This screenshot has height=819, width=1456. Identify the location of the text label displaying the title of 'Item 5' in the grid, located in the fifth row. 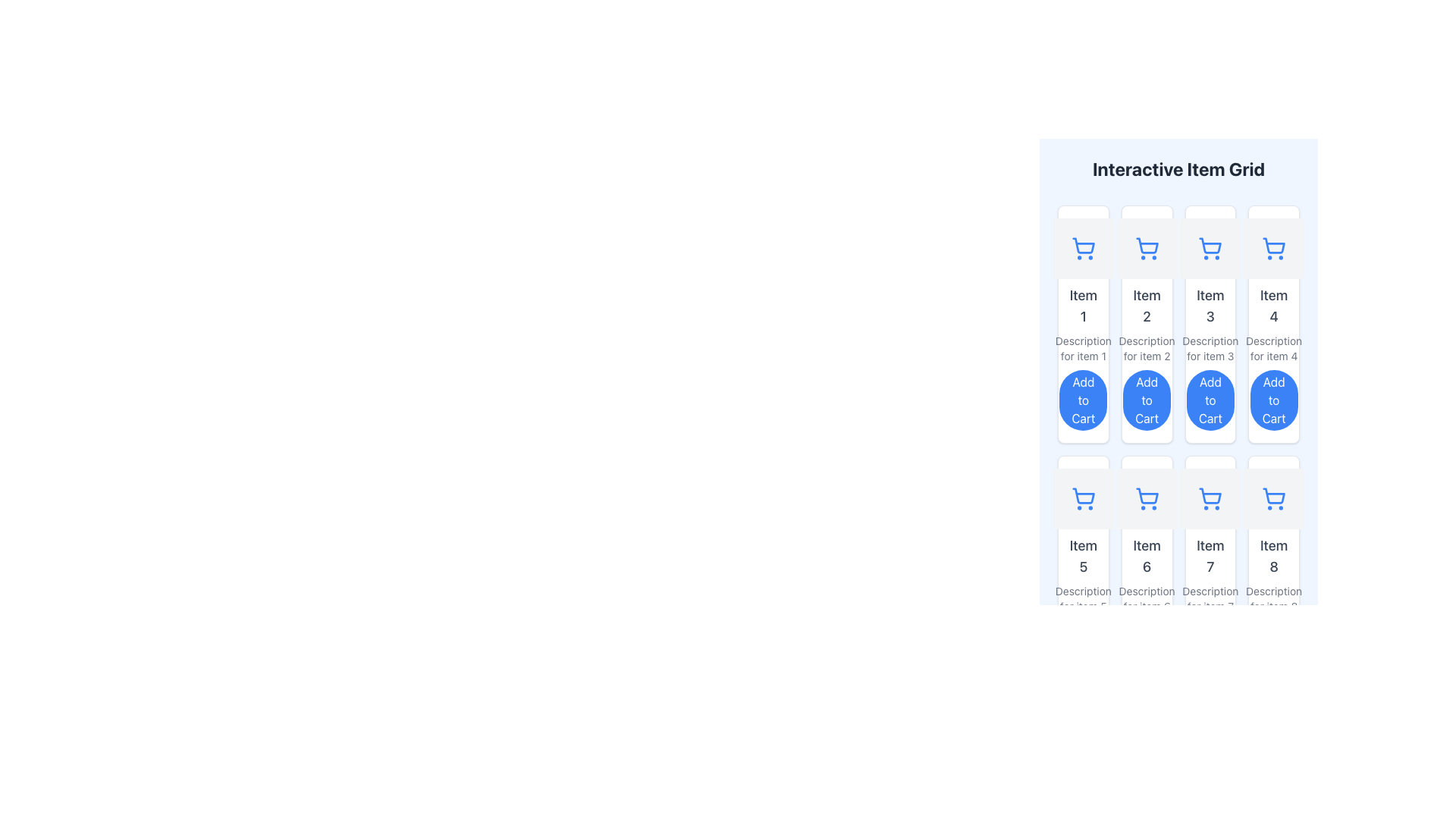
(1082, 556).